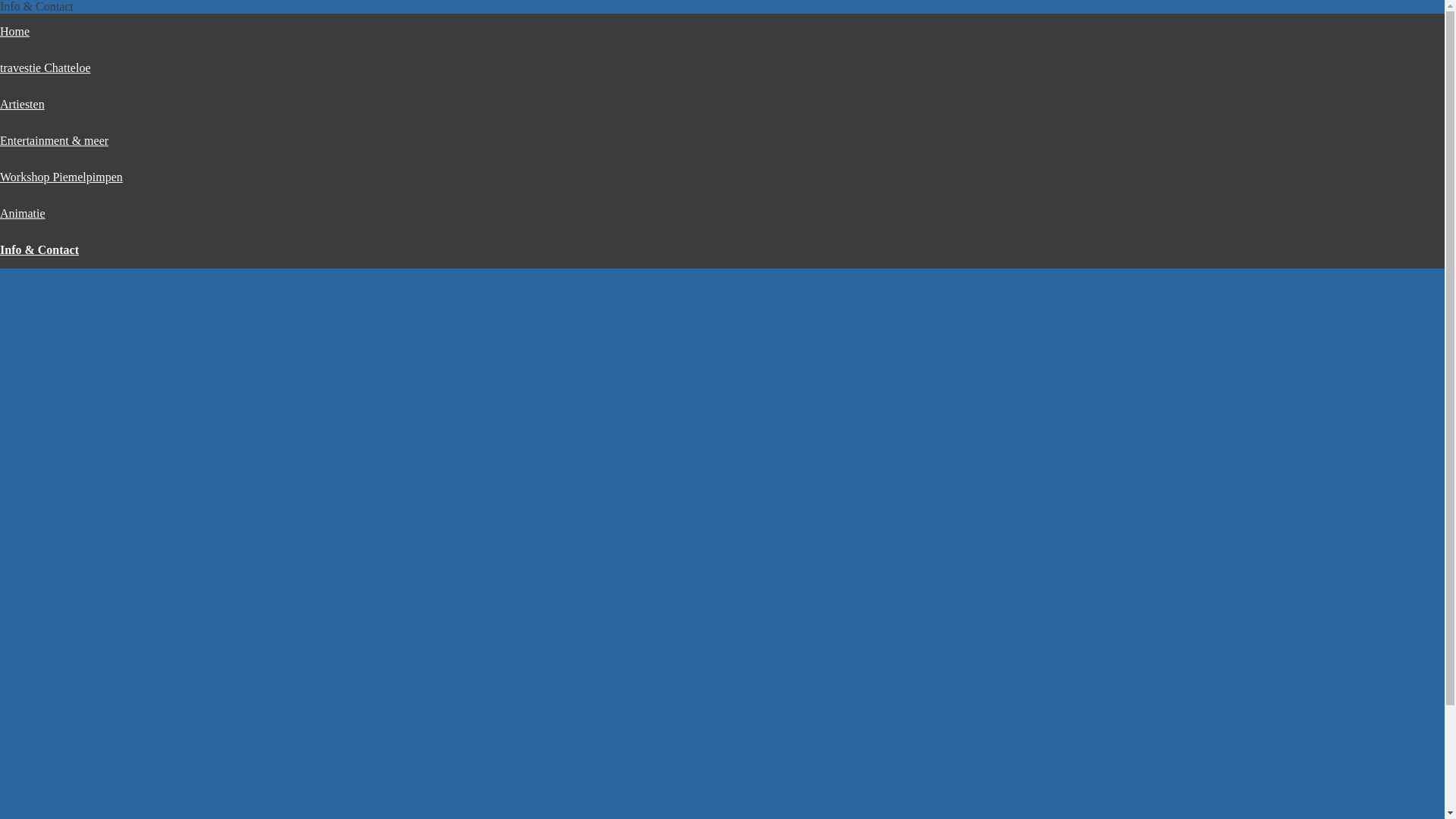 The width and height of the screenshot is (1456, 819). Describe the element at coordinates (61, 176) in the screenshot. I see `'Workshop Piemelpimpen'` at that location.